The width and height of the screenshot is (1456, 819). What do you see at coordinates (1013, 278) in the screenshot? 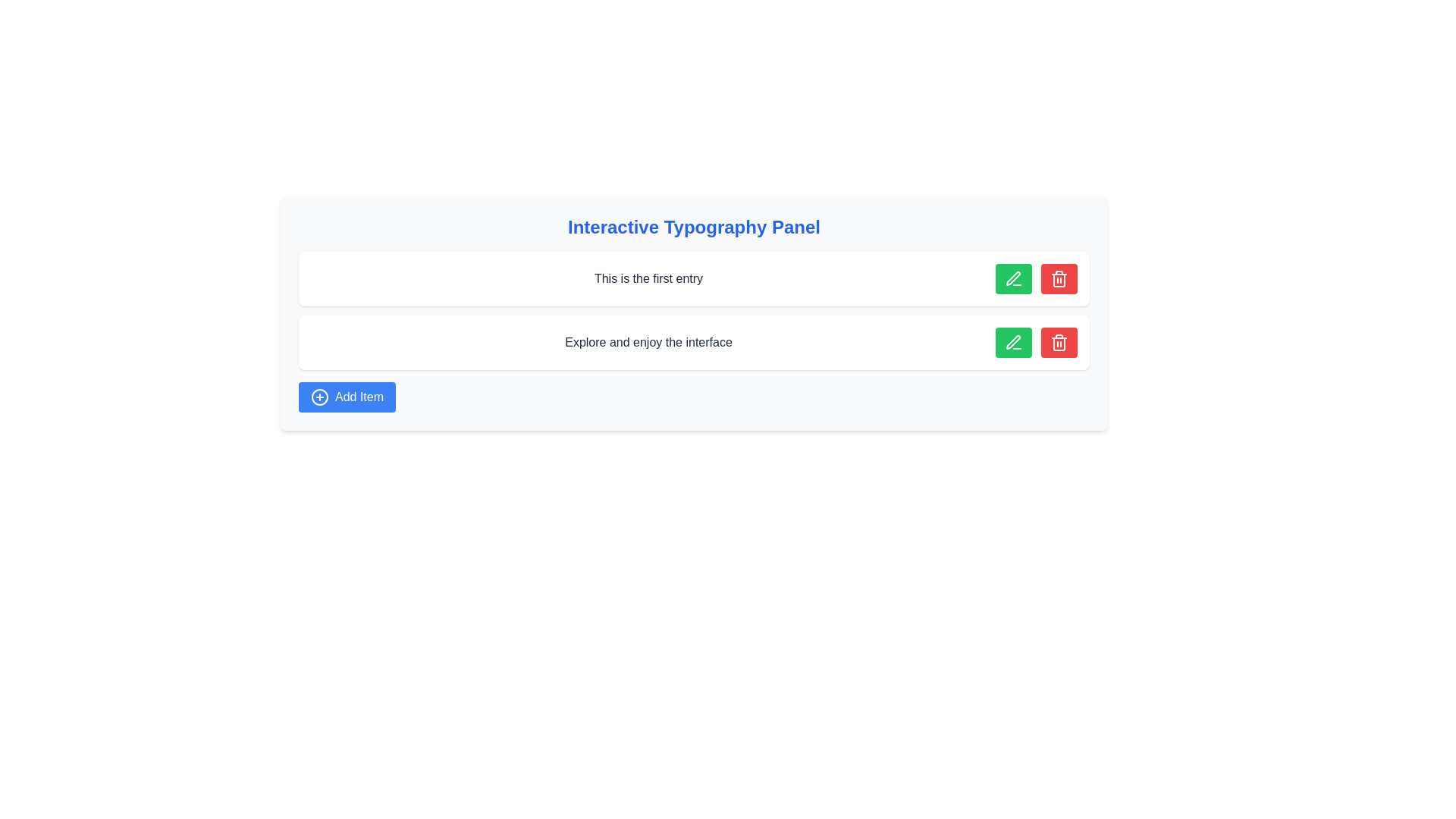
I see `the pen-shaped icon within the green editing button located to the right of the text line 'This is the first entry'` at bounding box center [1013, 278].